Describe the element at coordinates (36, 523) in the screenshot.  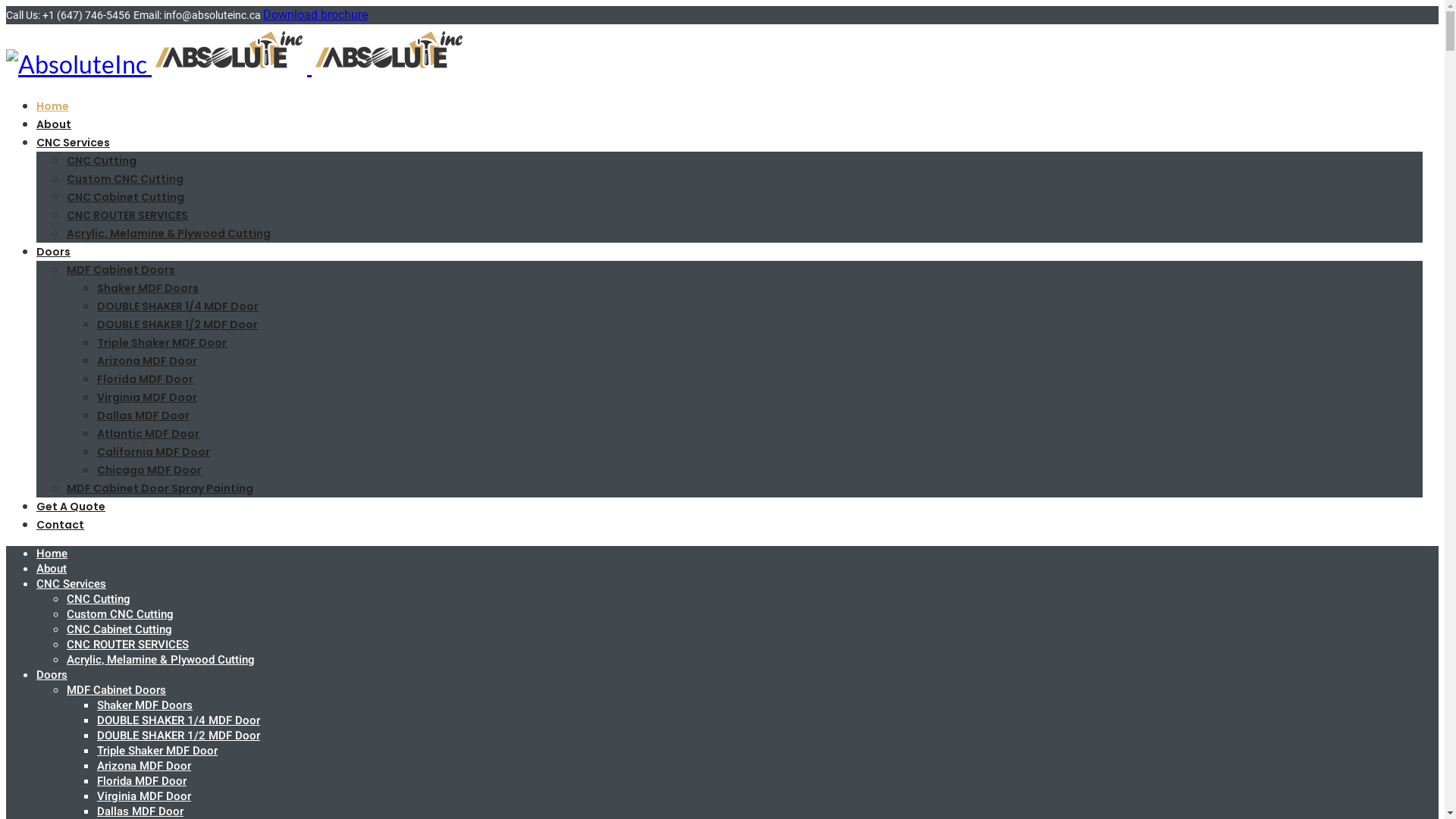
I see `'Contact'` at that location.